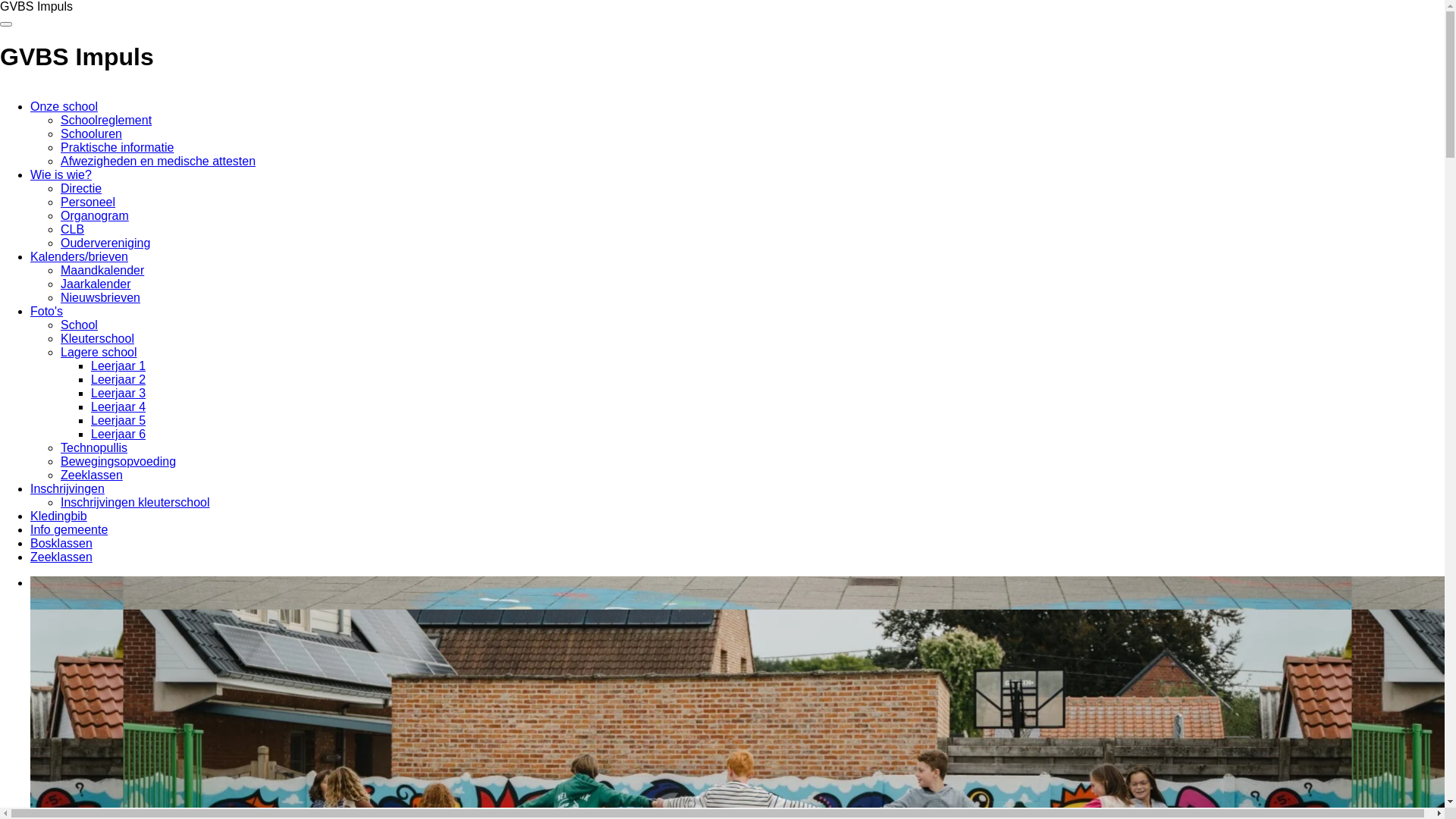 The height and width of the screenshot is (819, 1456). I want to click on 'Onze school', so click(63, 105).